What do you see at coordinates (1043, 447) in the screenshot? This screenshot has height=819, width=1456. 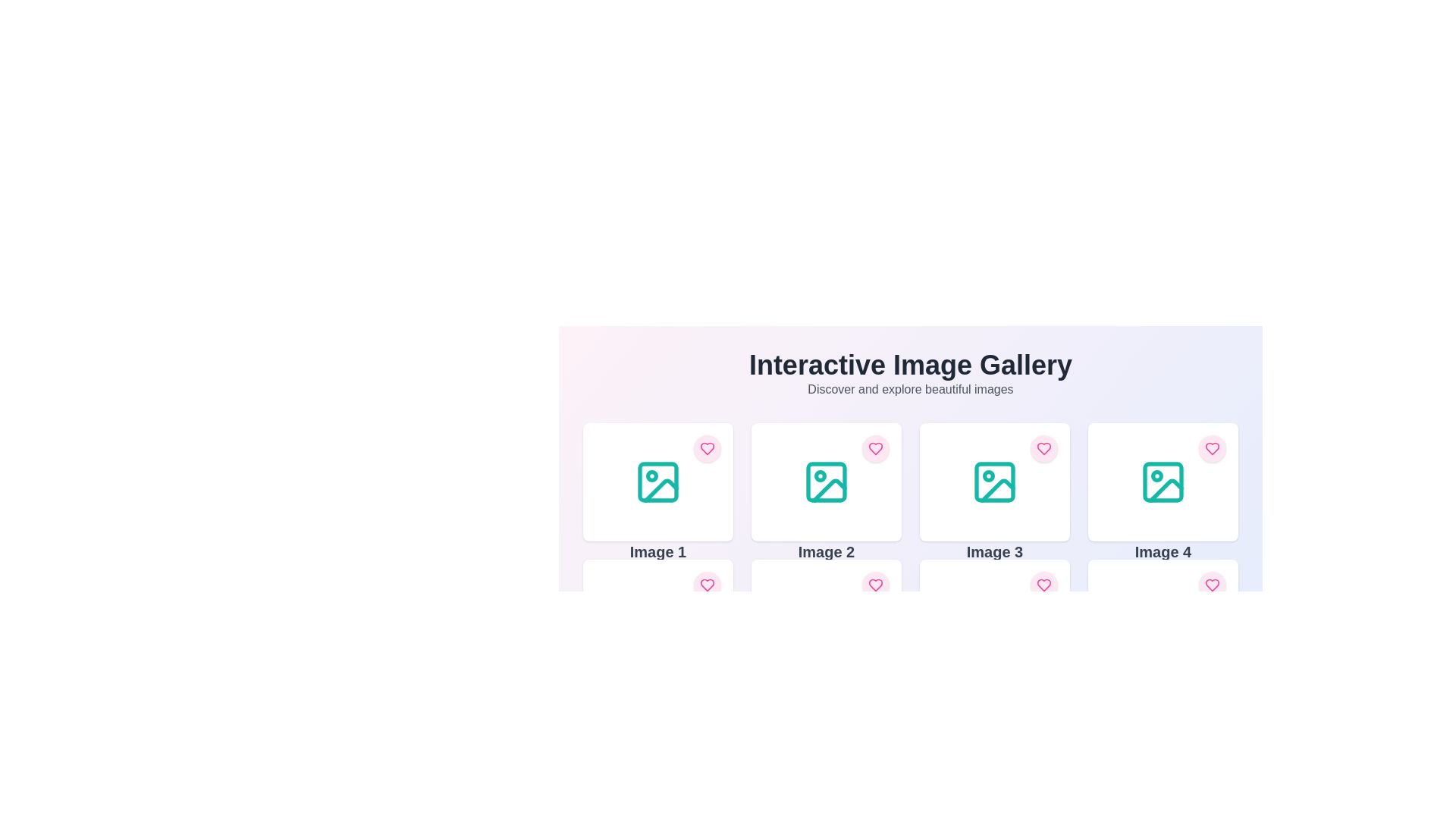 I see `the circular pink button with a heart icon located at the top-right corner of the 'Image 3' box in the interactive image gallery` at bounding box center [1043, 447].